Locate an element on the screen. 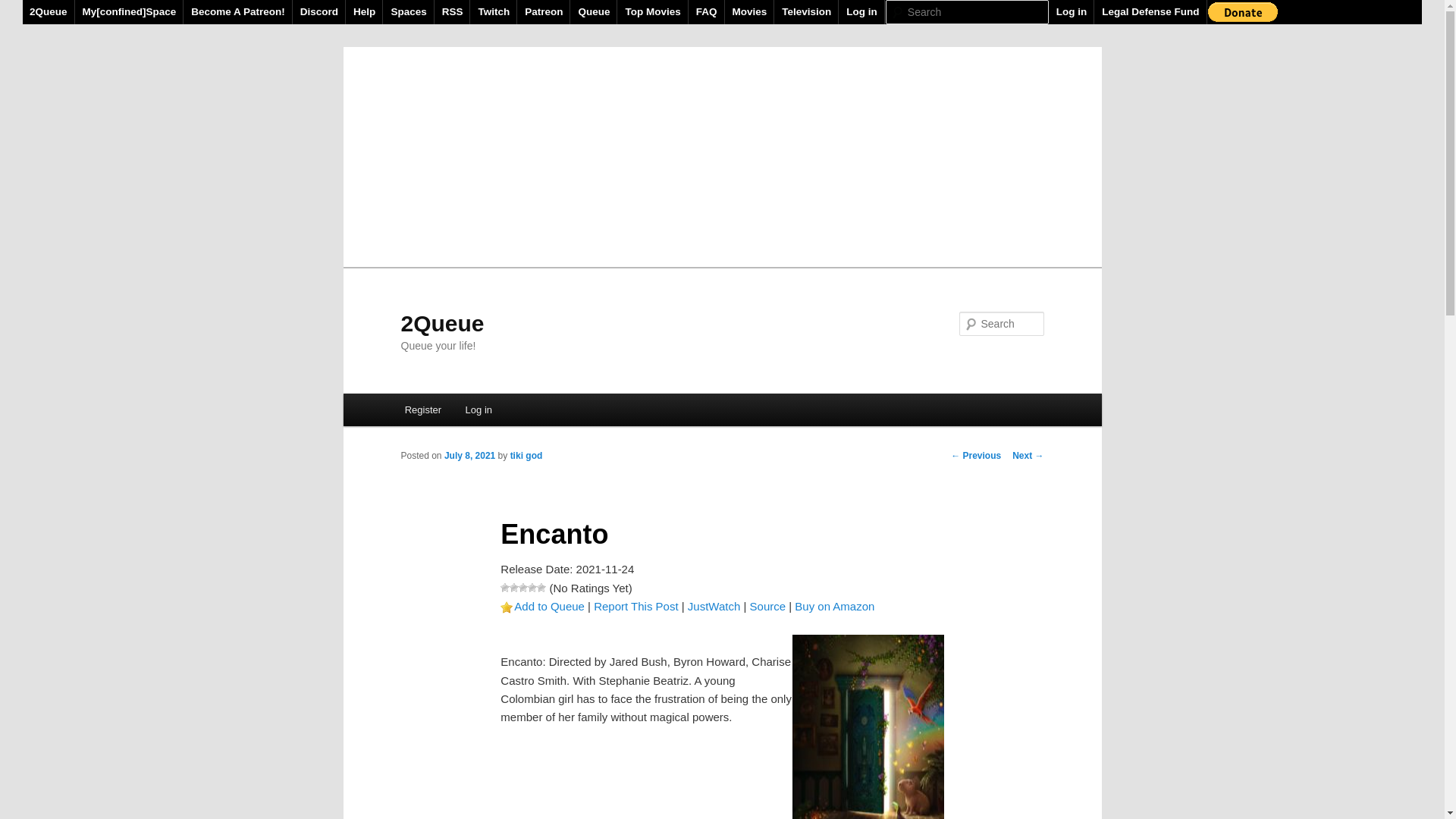 This screenshot has height=819, width=1456. 'RSS' is located at coordinates (452, 11).